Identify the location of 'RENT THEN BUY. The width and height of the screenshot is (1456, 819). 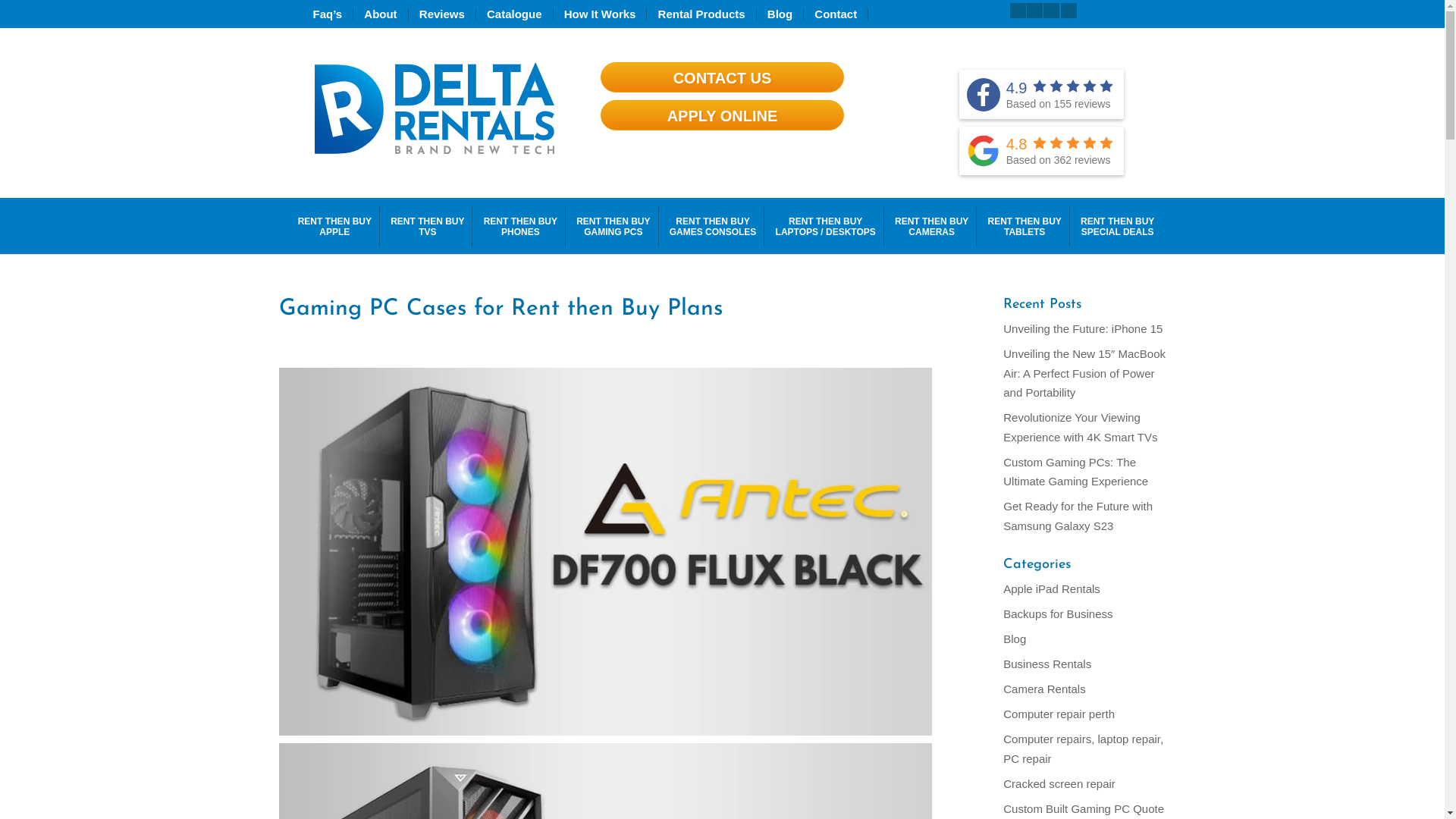
(334, 227).